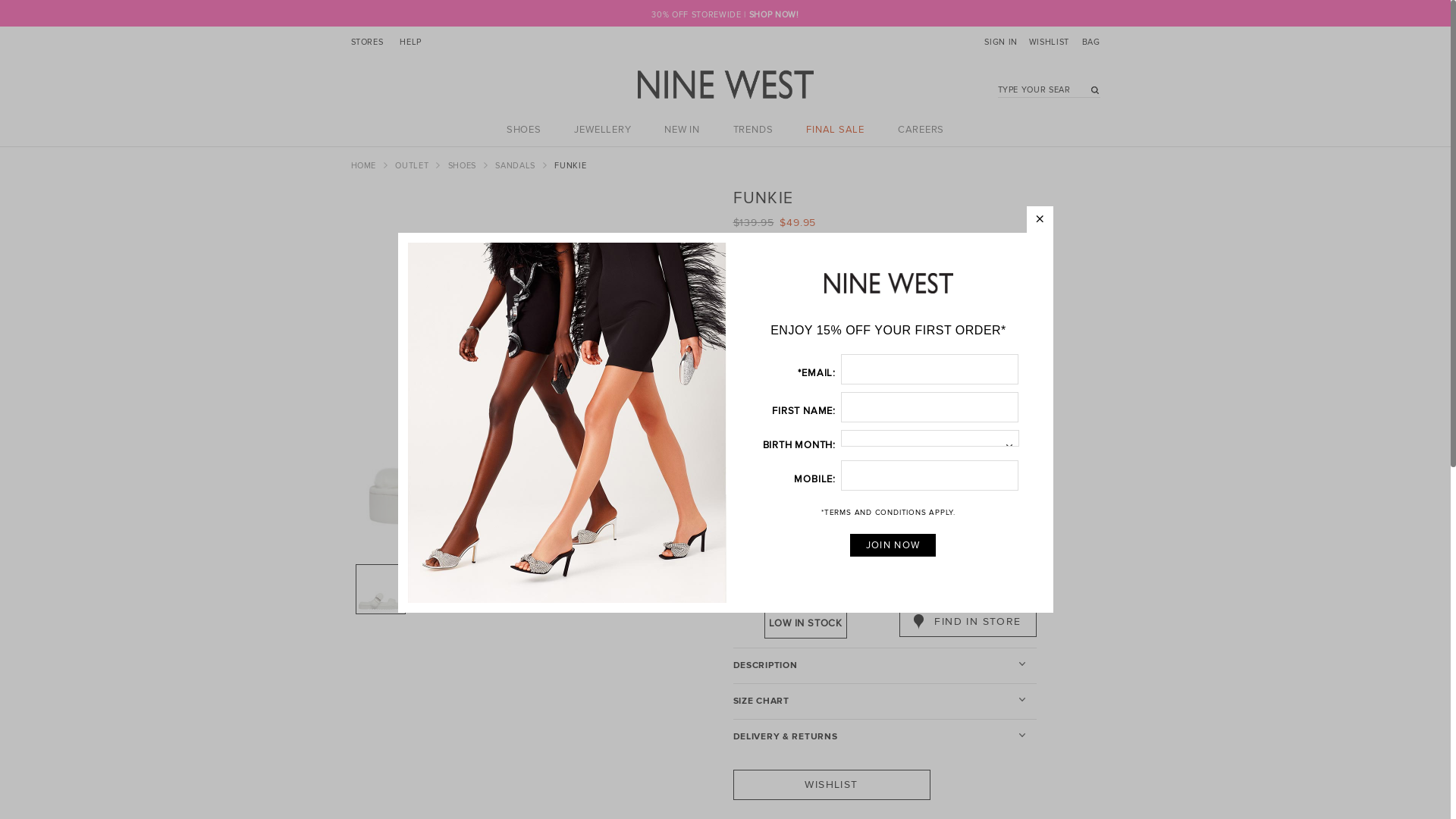 The height and width of the screenshot is (819, 1456). I want to click on '11', so click(764, 427).